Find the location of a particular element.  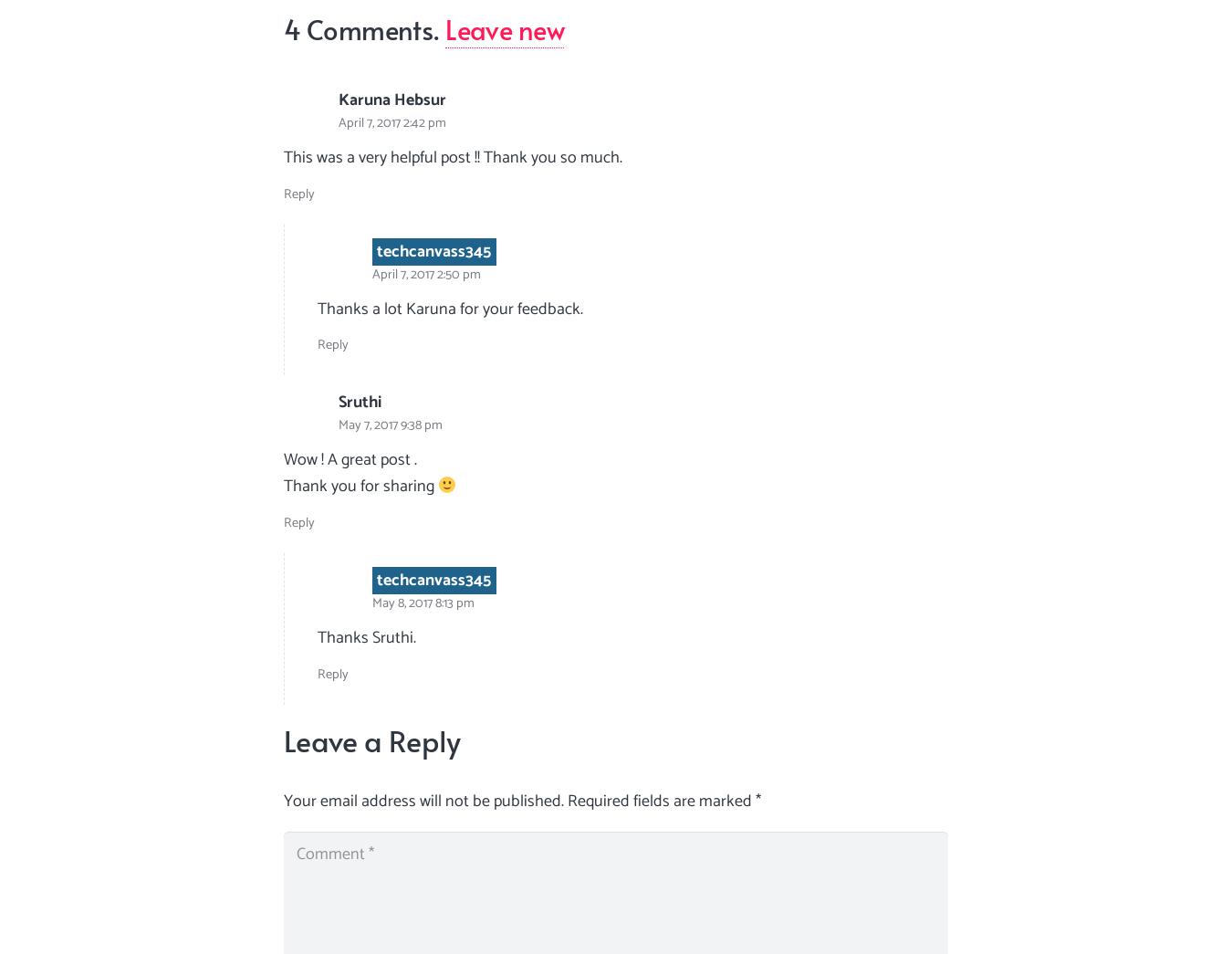

'Thanks Sruthi.' is located at coordinates (367, 635).